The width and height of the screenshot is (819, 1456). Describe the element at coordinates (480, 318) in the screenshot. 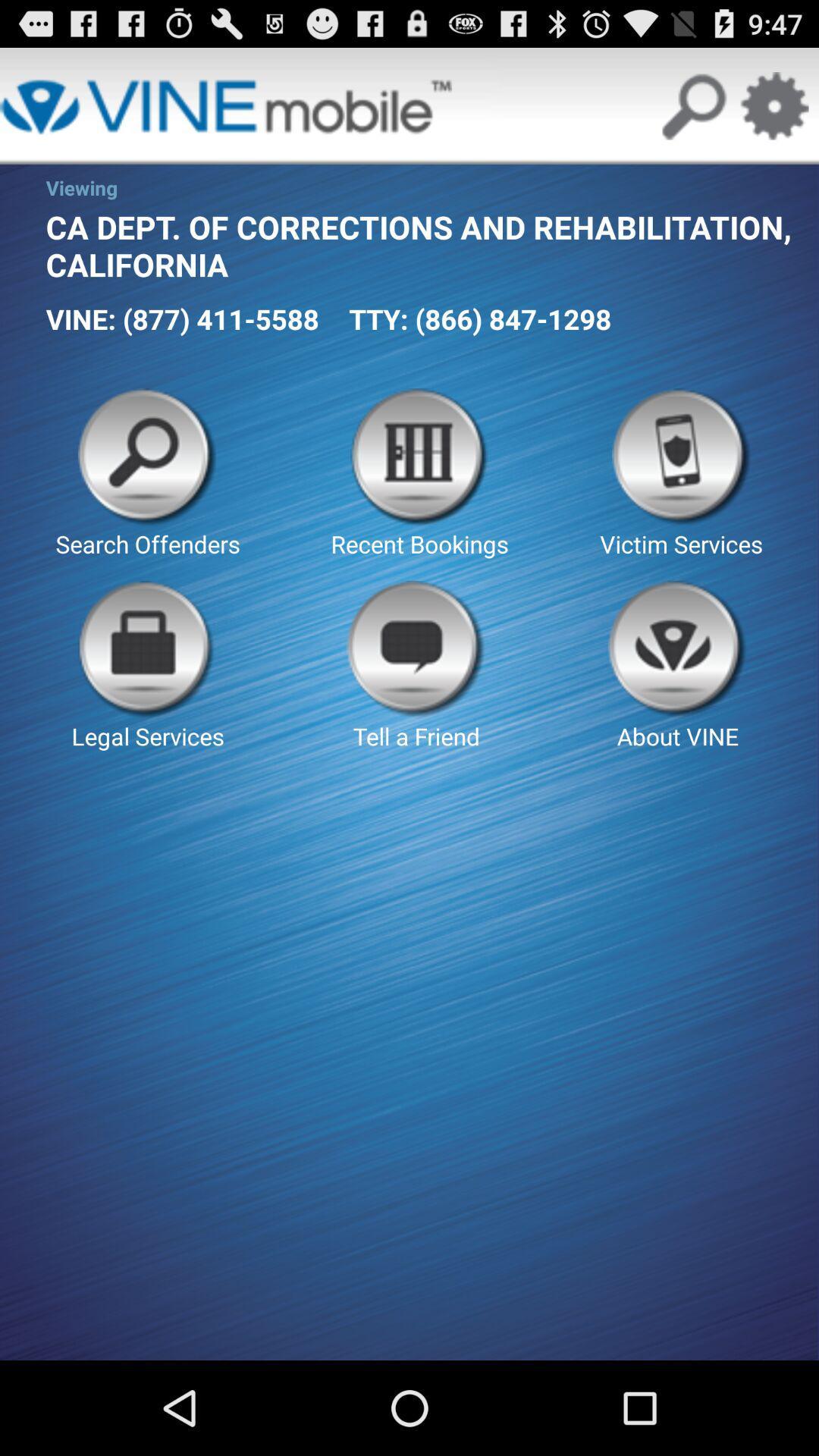

I see `app next to vine 877 411 app` at that location.